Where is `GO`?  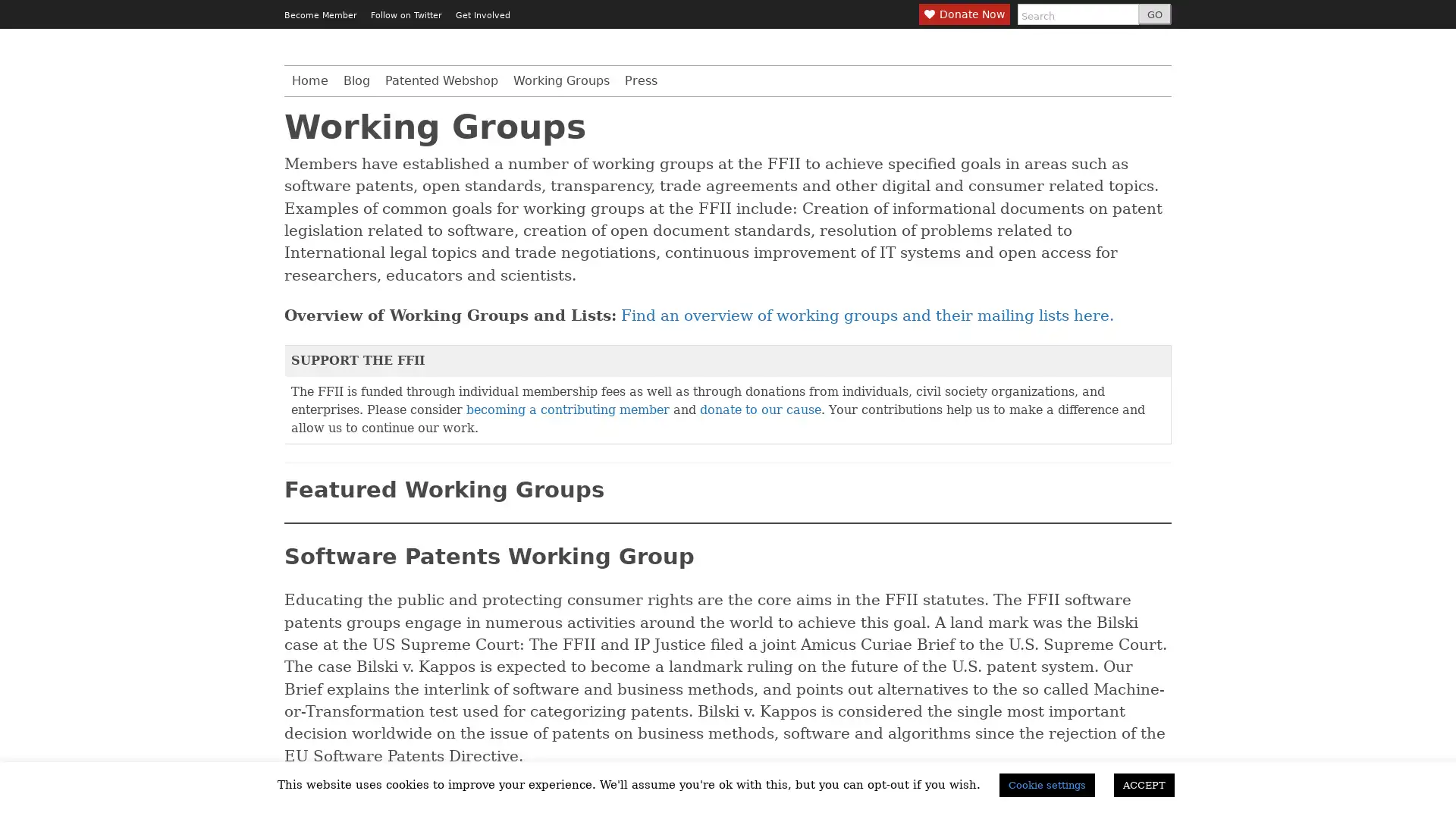
GO is located at coordinates (1153, 14).